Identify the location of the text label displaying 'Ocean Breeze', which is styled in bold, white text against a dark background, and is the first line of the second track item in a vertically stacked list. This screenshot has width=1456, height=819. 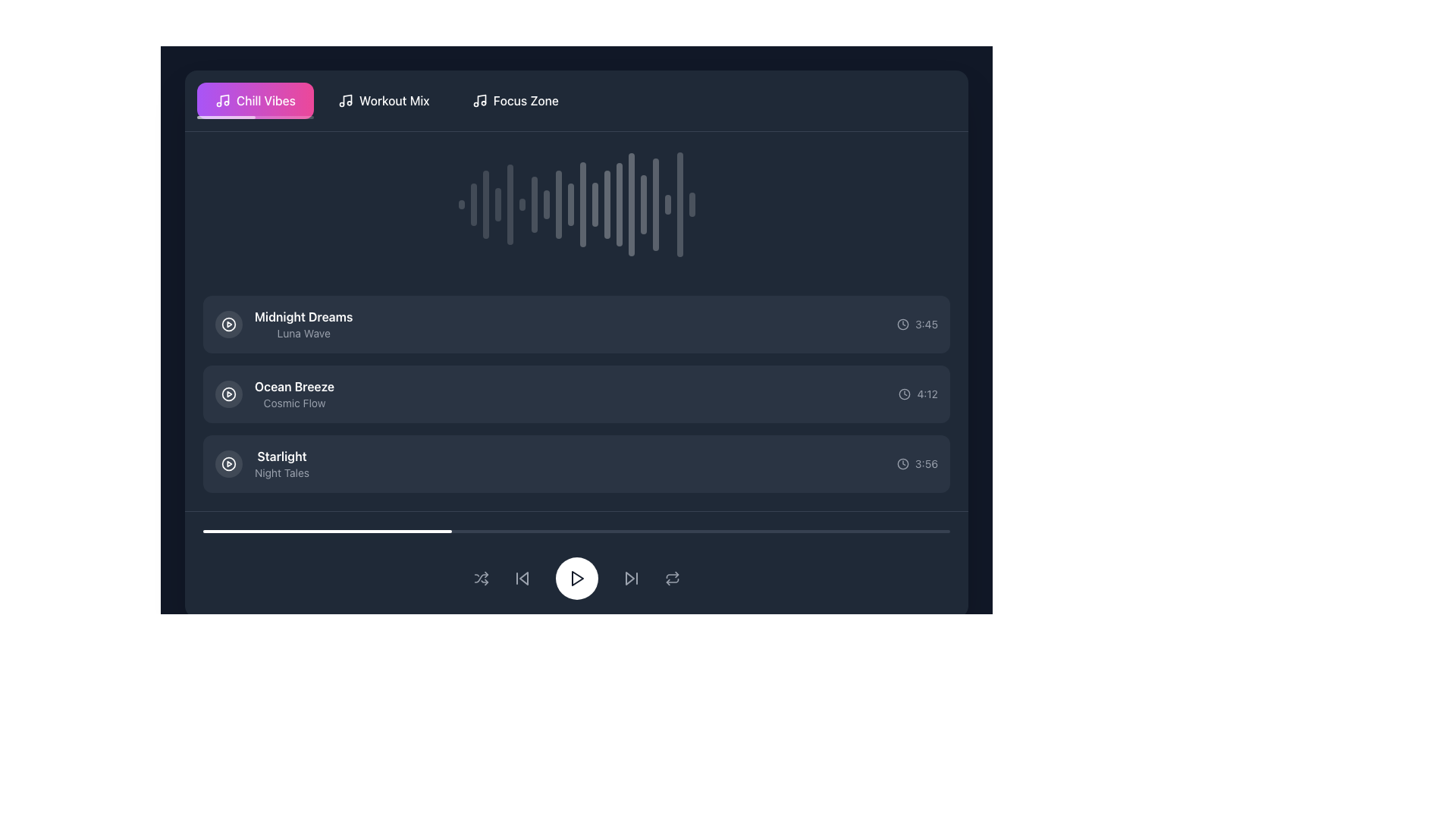
(294, 385).